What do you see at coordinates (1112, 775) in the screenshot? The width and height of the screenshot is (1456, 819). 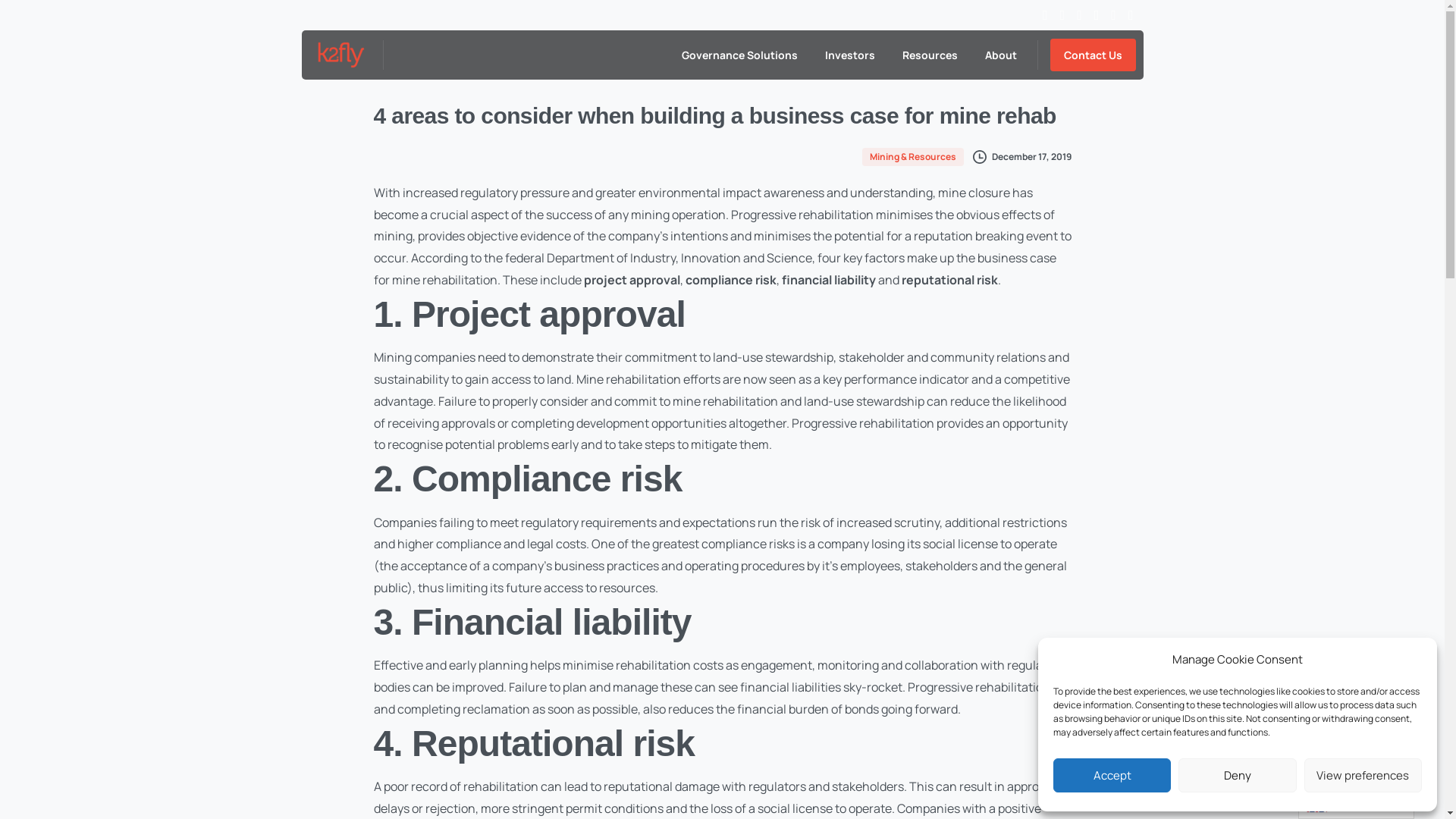 I see `'Accept'` at bounding box center [1112, 775].